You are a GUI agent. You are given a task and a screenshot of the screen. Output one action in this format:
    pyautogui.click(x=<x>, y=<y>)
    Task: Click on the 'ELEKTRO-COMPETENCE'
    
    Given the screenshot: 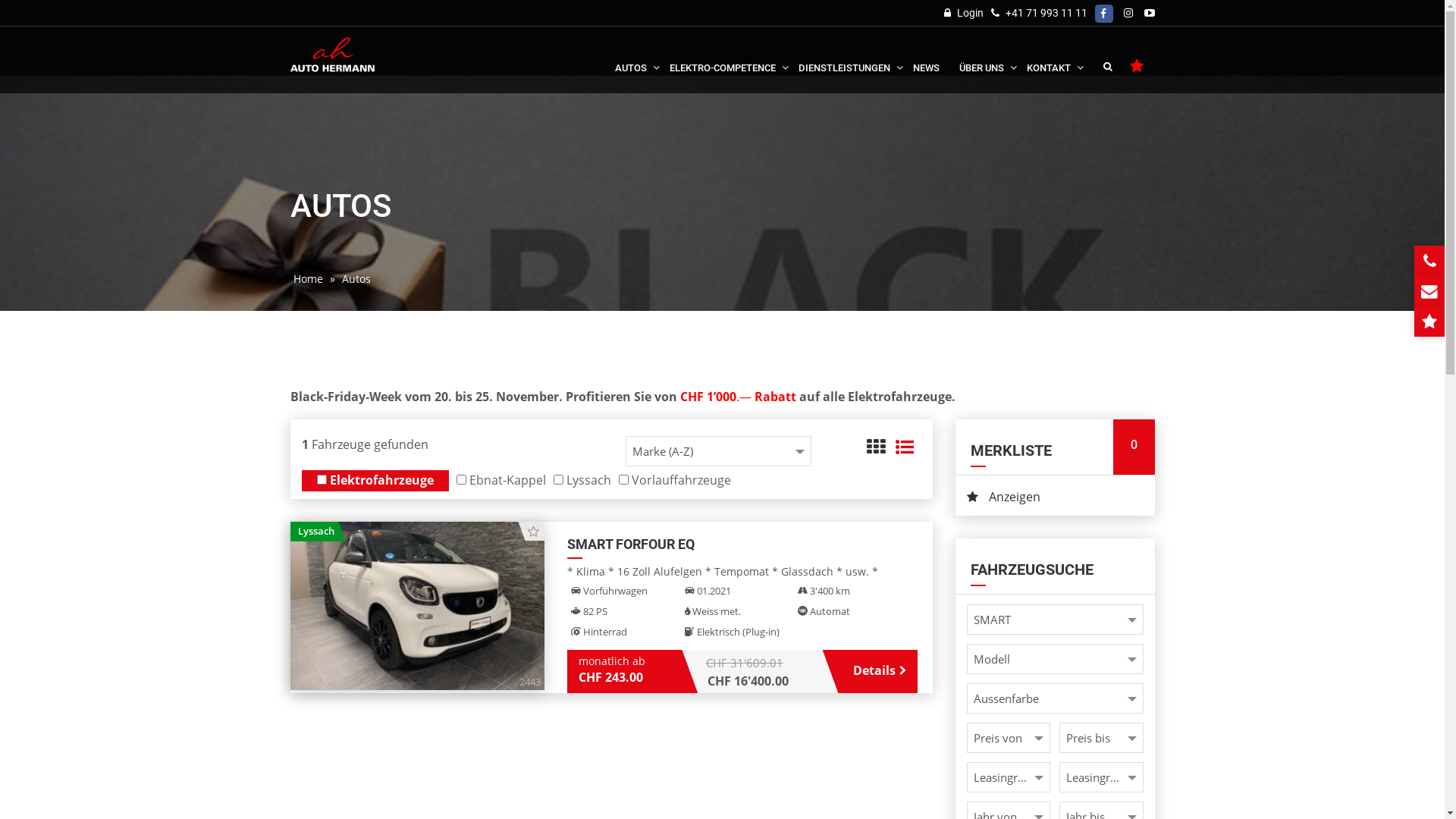 What is the action you would take?
    pyautogui.click(x=723, y=57)
    